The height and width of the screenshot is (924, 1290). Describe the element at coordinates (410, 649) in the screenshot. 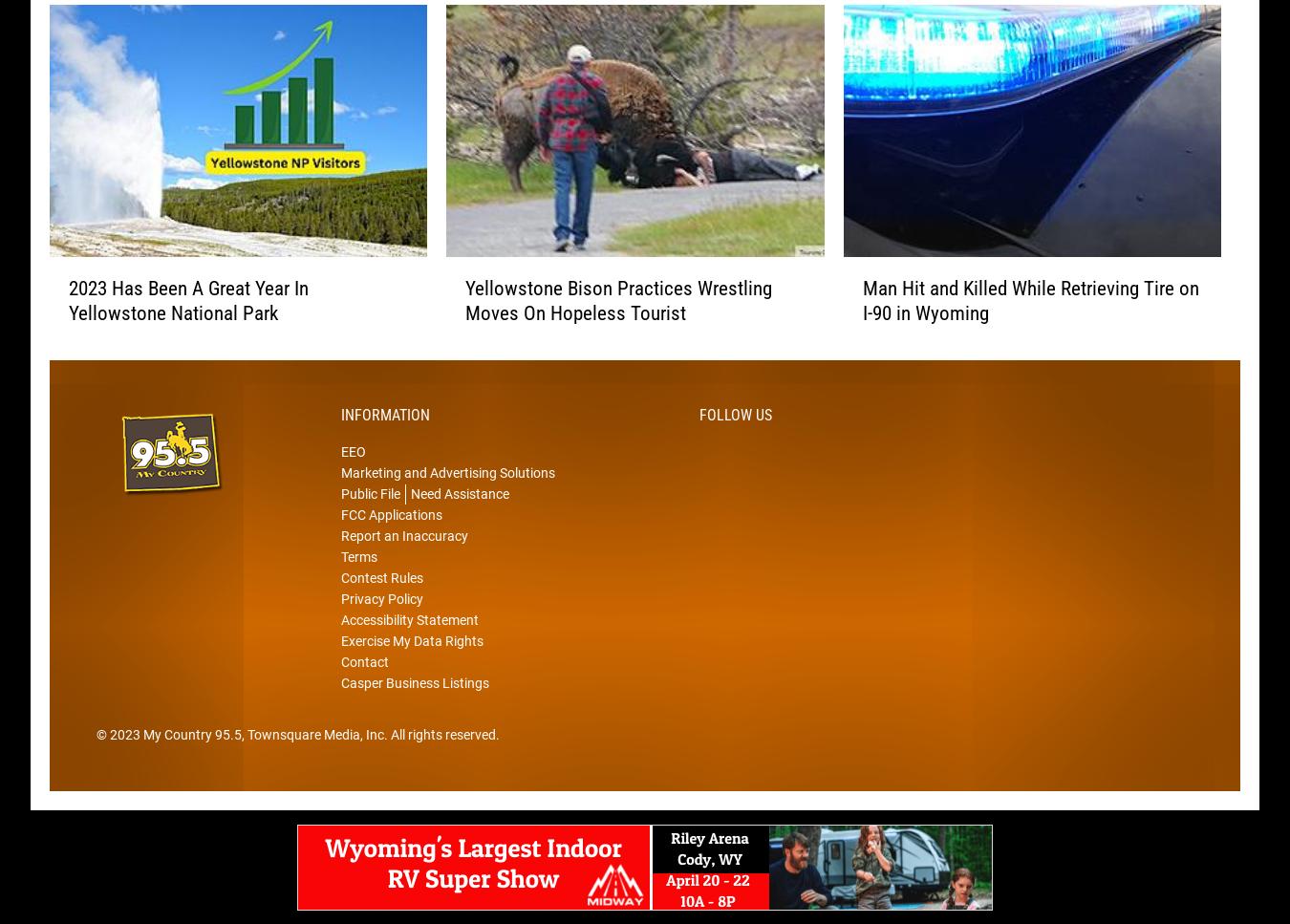

I see `'Accessibility Statement'` at that location.